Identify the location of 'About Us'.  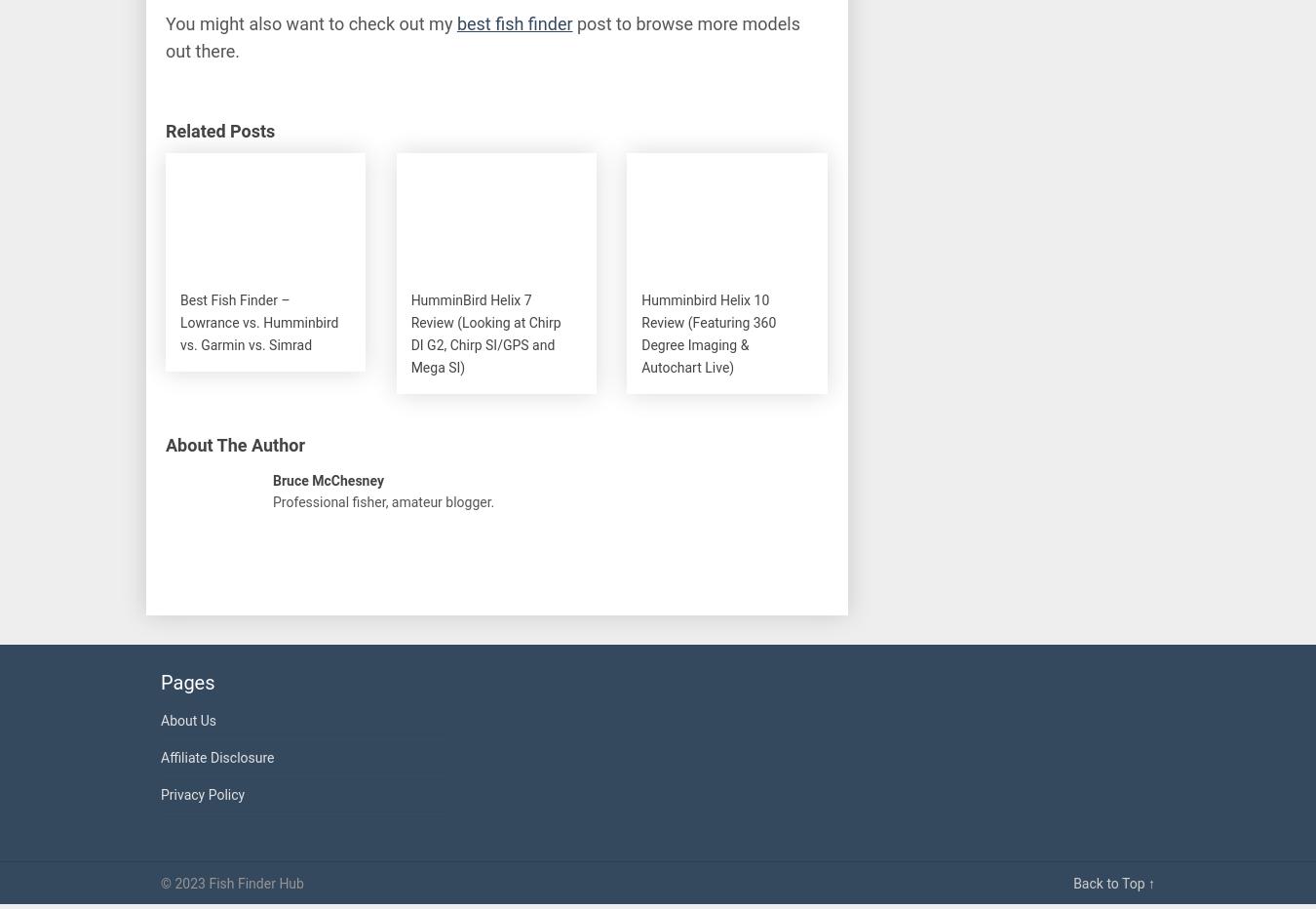
(188, 719).